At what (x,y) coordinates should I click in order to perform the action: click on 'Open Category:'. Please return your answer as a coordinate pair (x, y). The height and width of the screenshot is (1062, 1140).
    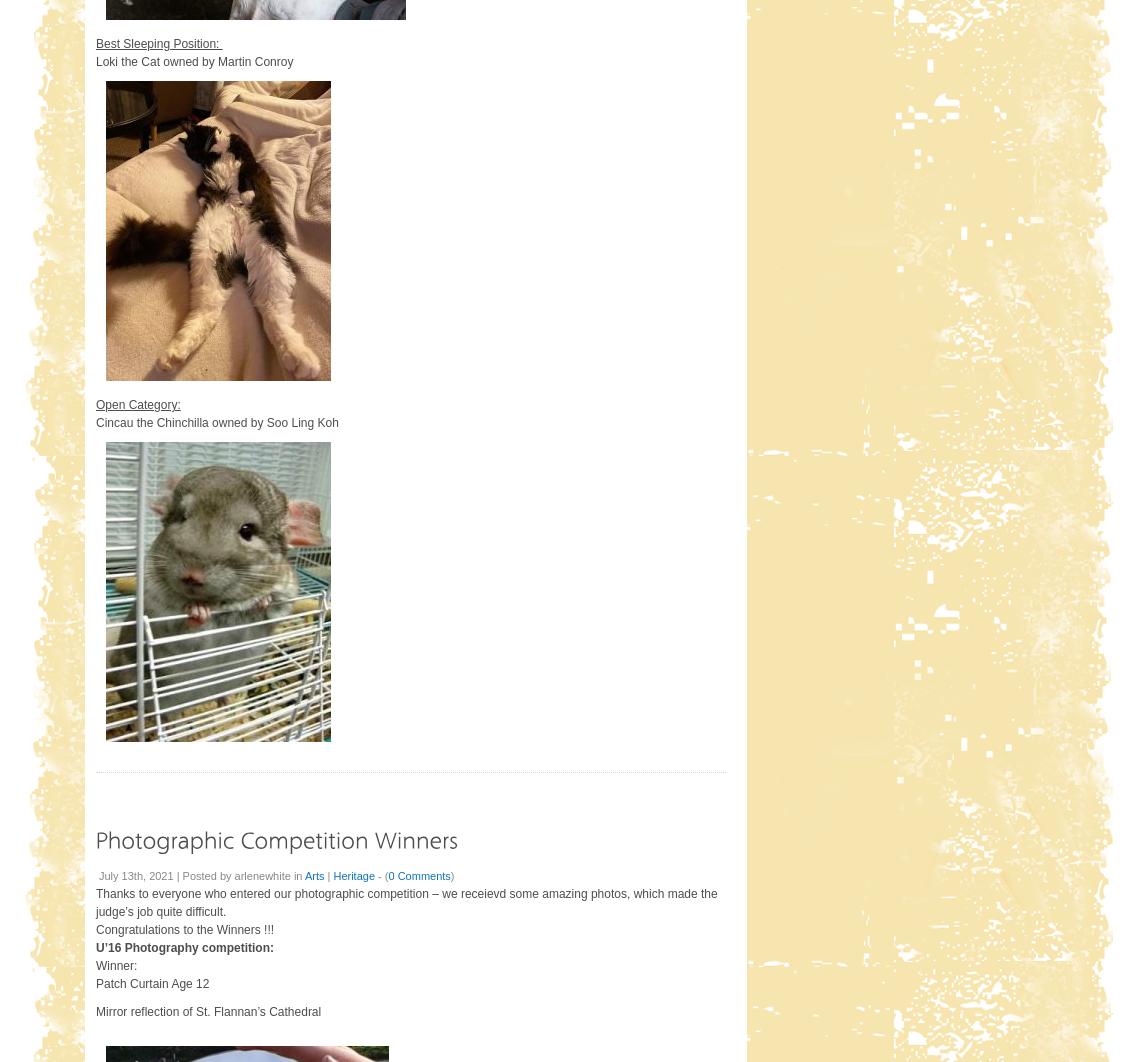
    Looking at the image, I should click on (137, 402).